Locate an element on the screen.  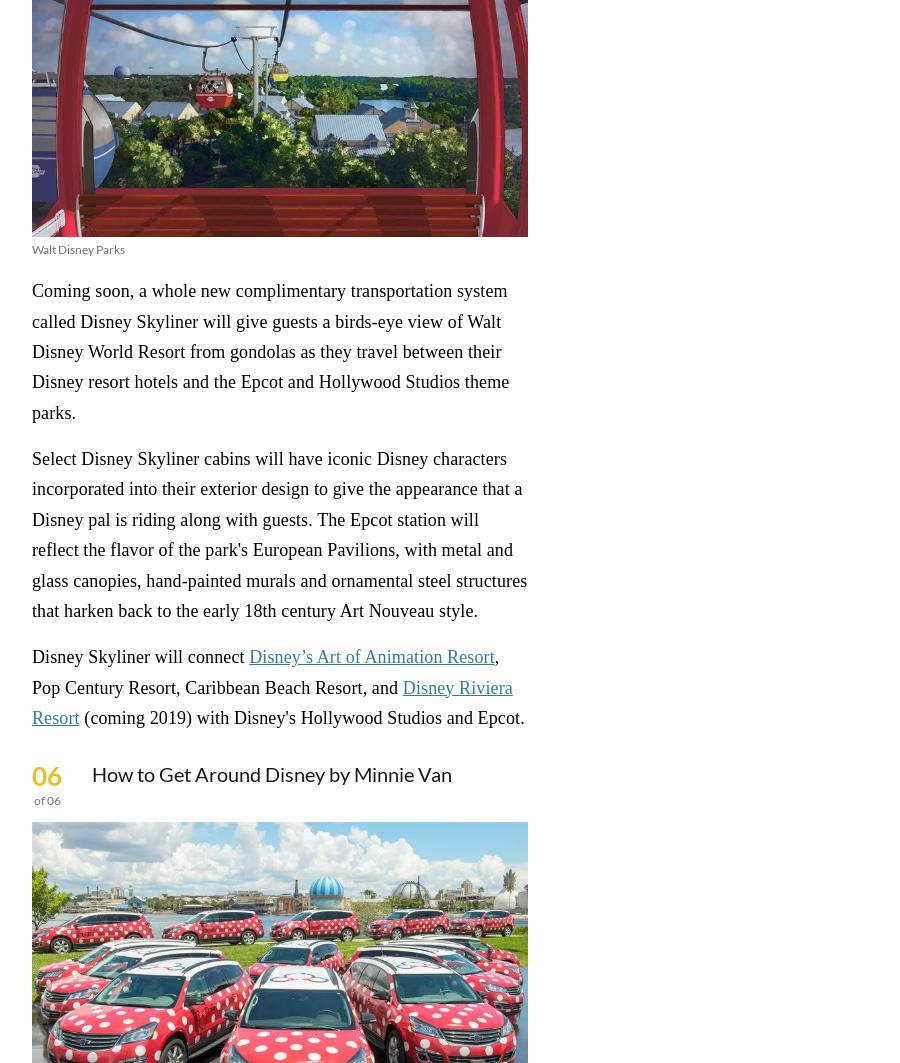
'Disney’s Art of Animation Resort' is located at coordinates (371, 656).